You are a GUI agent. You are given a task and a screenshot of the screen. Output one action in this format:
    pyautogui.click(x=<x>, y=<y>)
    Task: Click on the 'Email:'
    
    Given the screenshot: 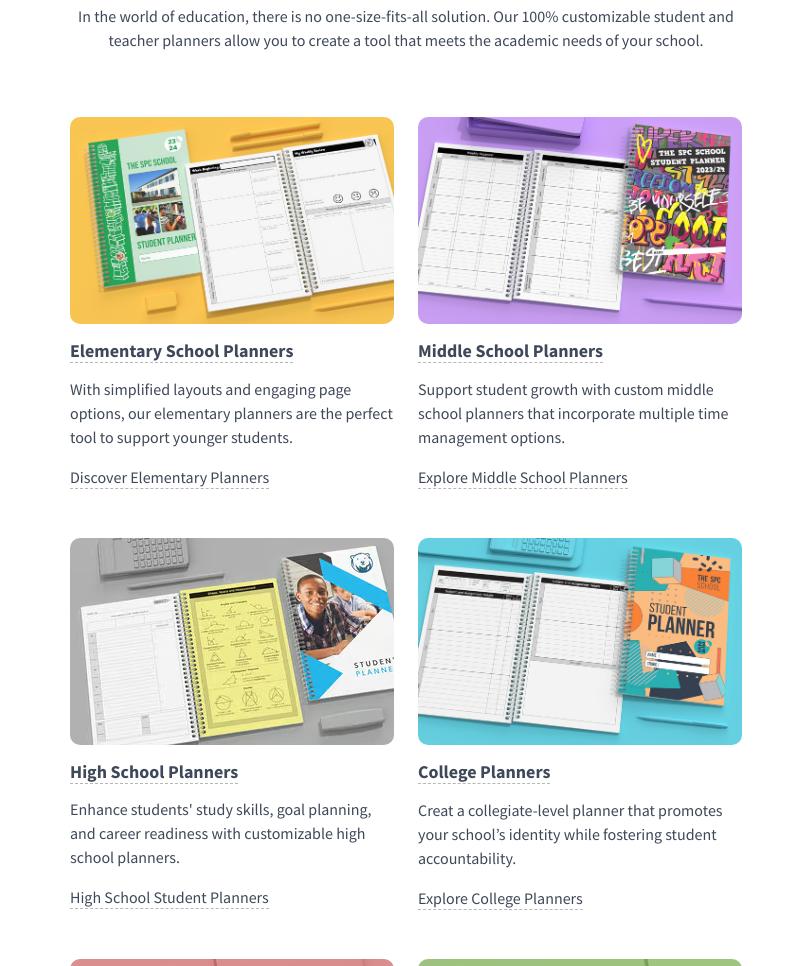 What is the action you would take?
    pyautogui.click(x=77, y=354)
    